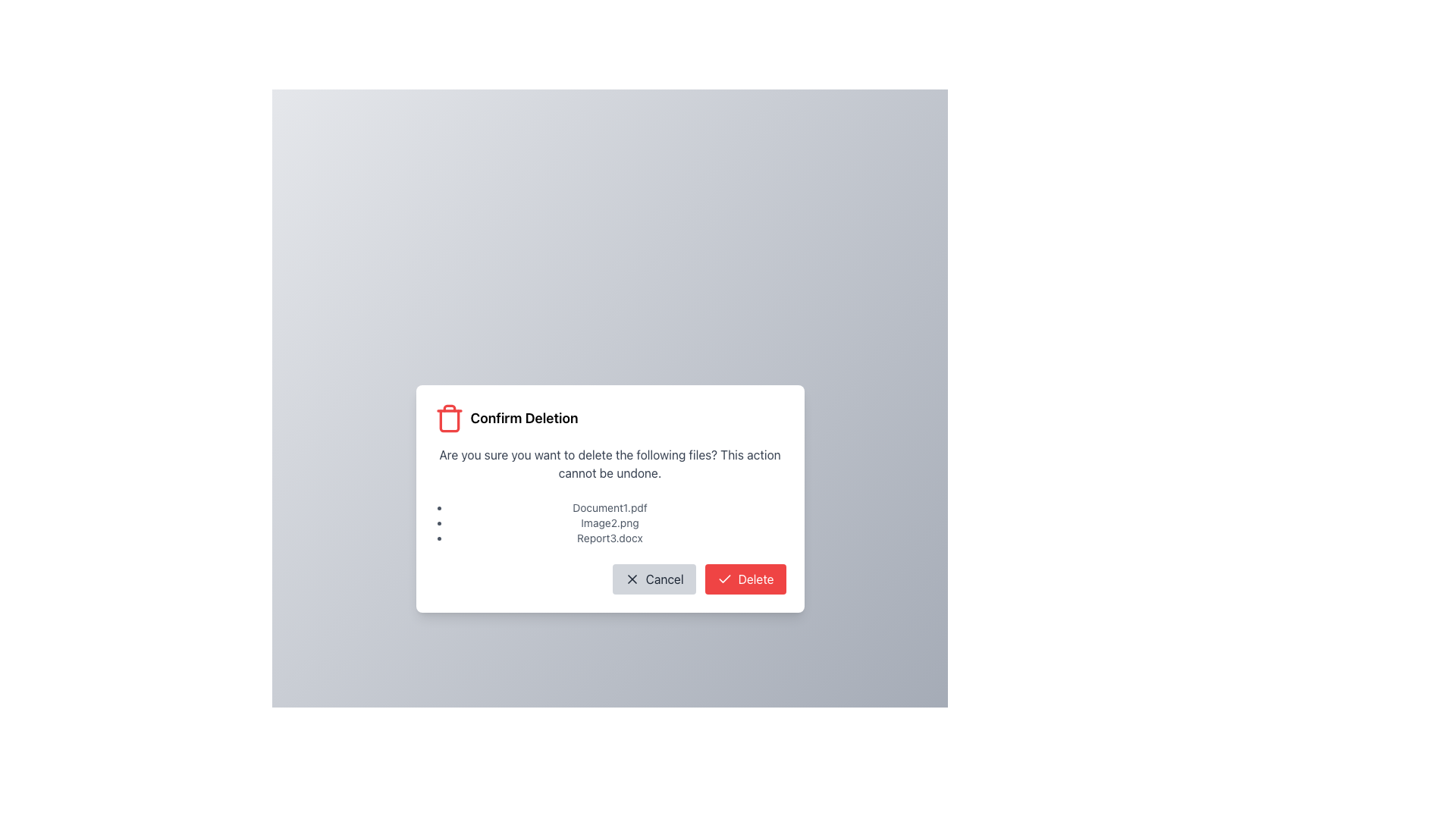  I want to click on the text label that displays the name of the file in the deletion confirmation dialog, so click(610, 508).